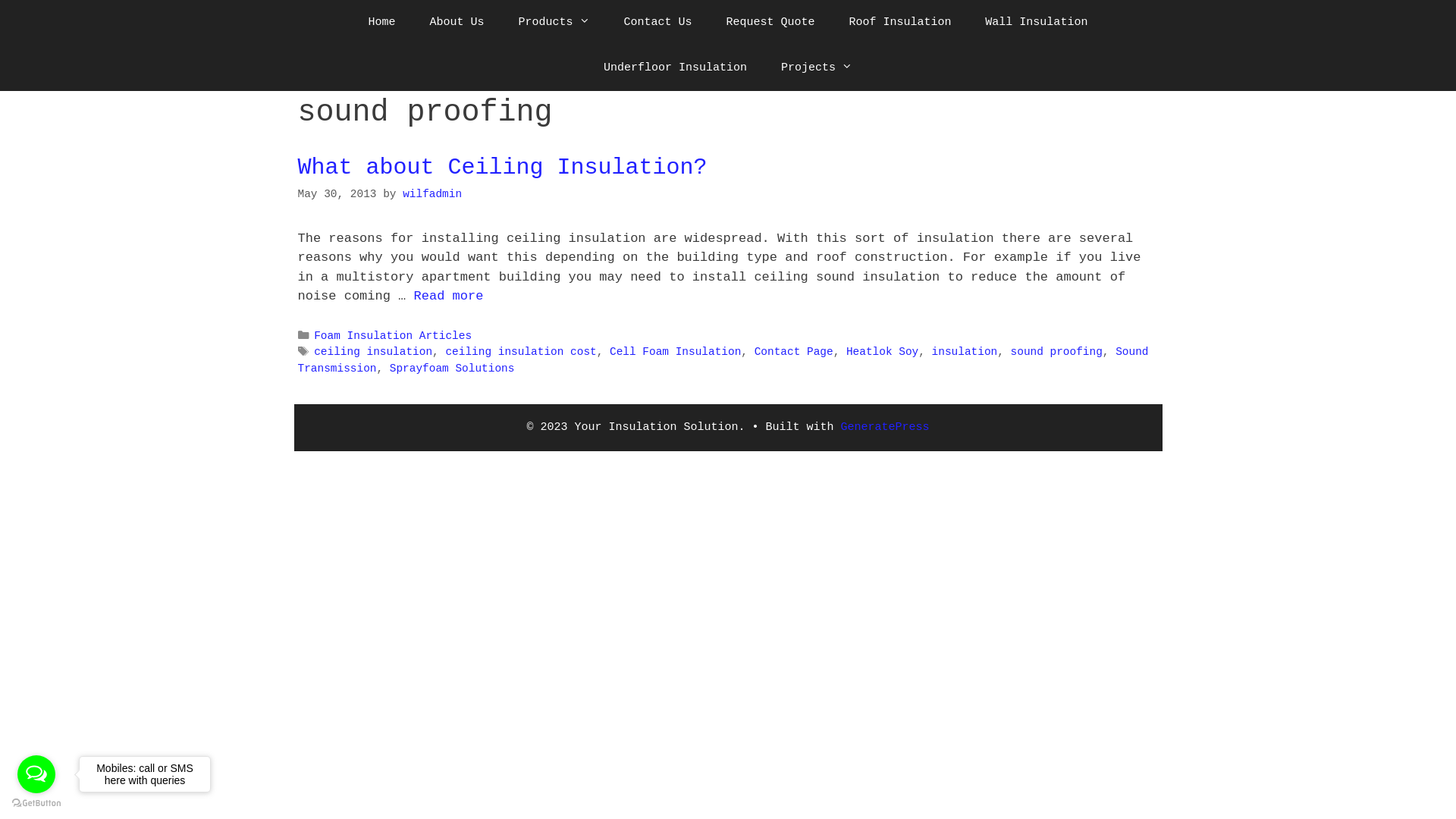  What do you see at coordinates (607, 23) in the screenshot?
I see `'Contact Us'` at bounding box center [607, 23].